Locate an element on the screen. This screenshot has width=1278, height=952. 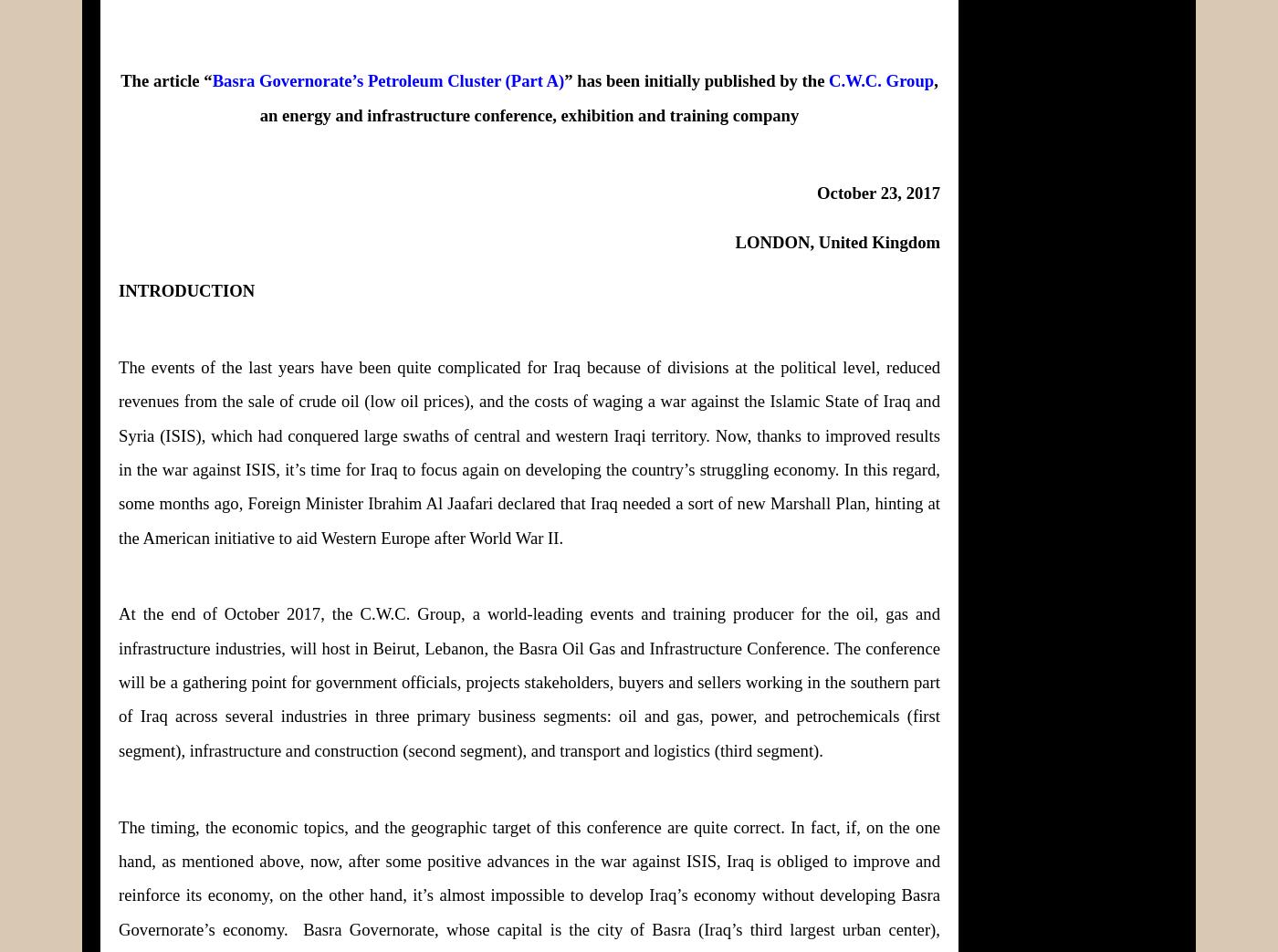
'The timing, the economic
topics, and the geographic target of this conference are quite correct. In
fact, if, on the one hand, as mentioned above, now, after some positive advances
in the war against ISIS, Iraq is obliged to improve and reinforce its economy,
on the other hand, it’s almost impossible to develop Iraq’s economy without
developing Basra Governorate’s economy.' is located at coordinates (529, 876).